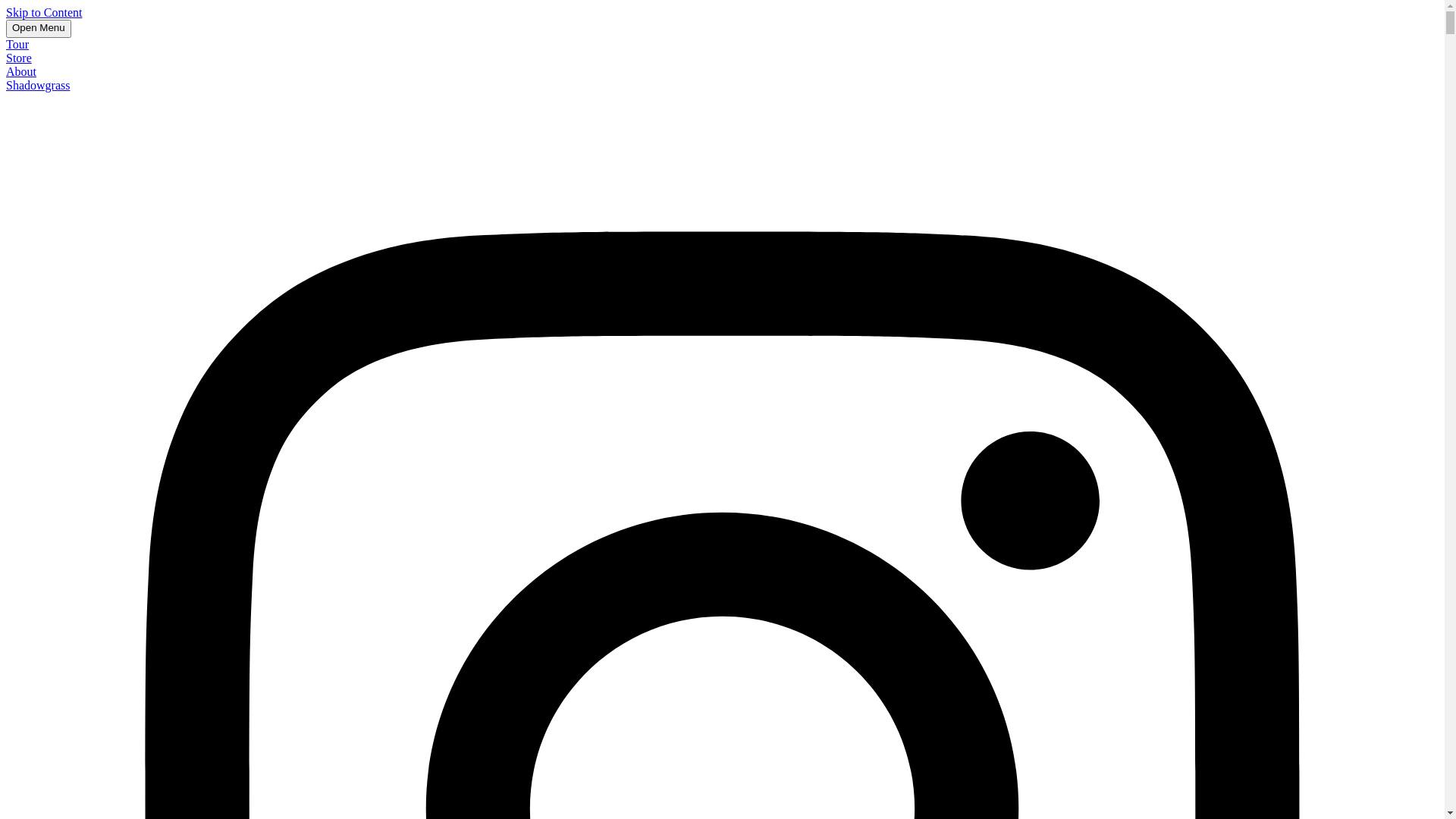 The image size is (1456, 819). What do you see at coordinates (21, 71) in the screenshot?
I see `'About'` at bounding box center [21, 71].